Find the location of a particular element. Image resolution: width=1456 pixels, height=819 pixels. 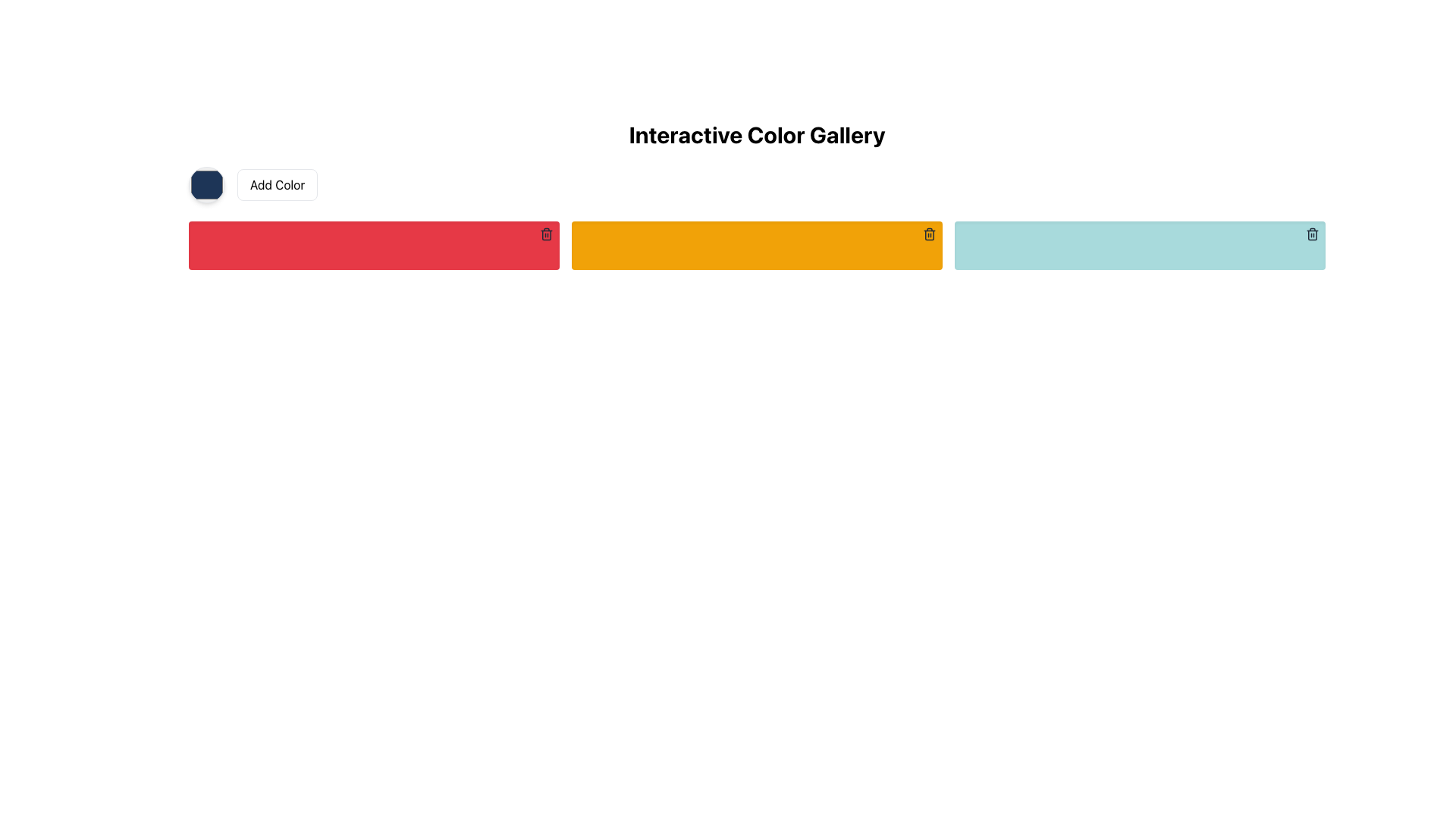

the trash can icon located at the top-right corner of the light blue horizontal bar is located at coordinates (1312, 234).